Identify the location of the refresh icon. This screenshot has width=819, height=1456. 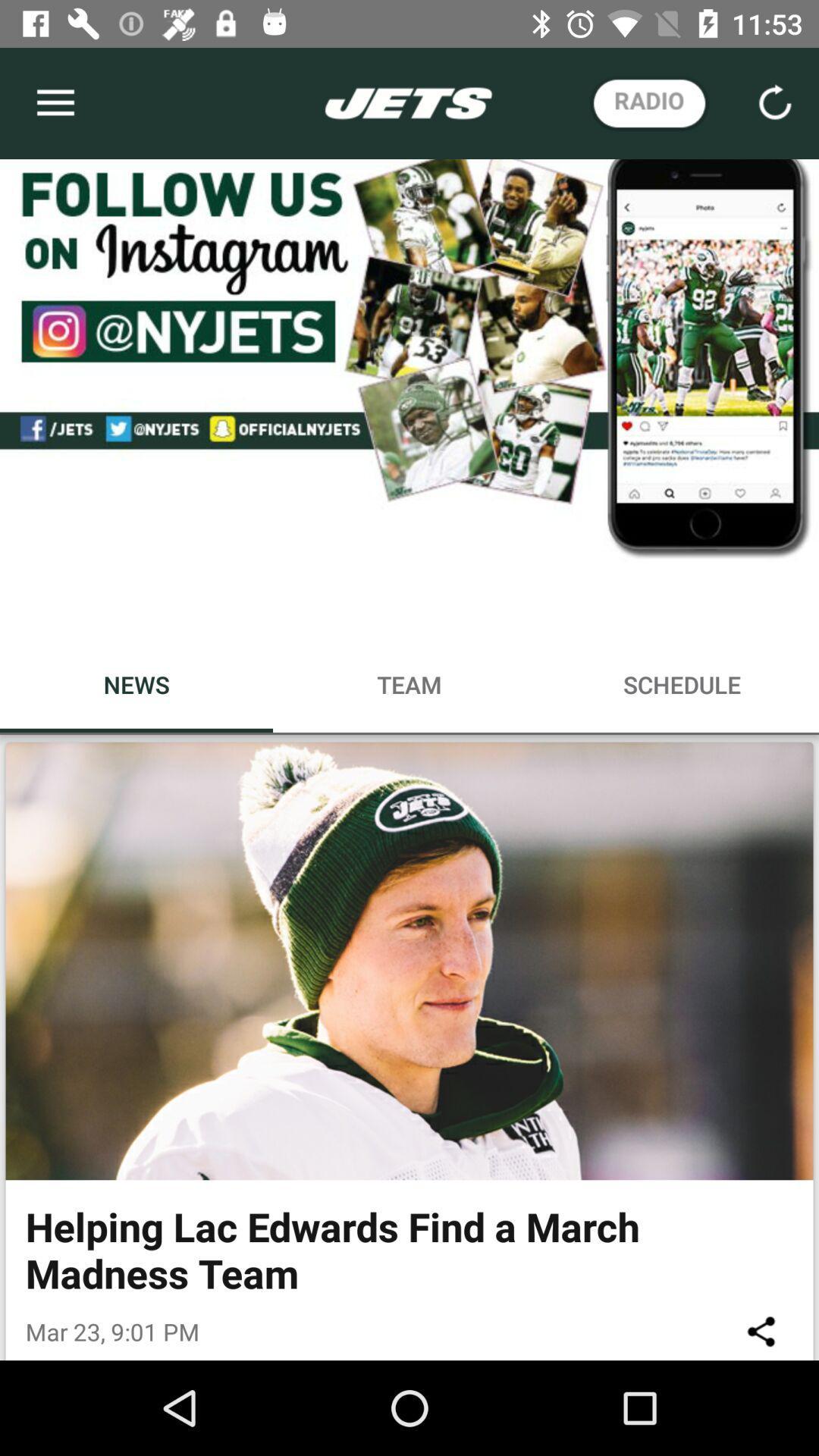
(775, 102).